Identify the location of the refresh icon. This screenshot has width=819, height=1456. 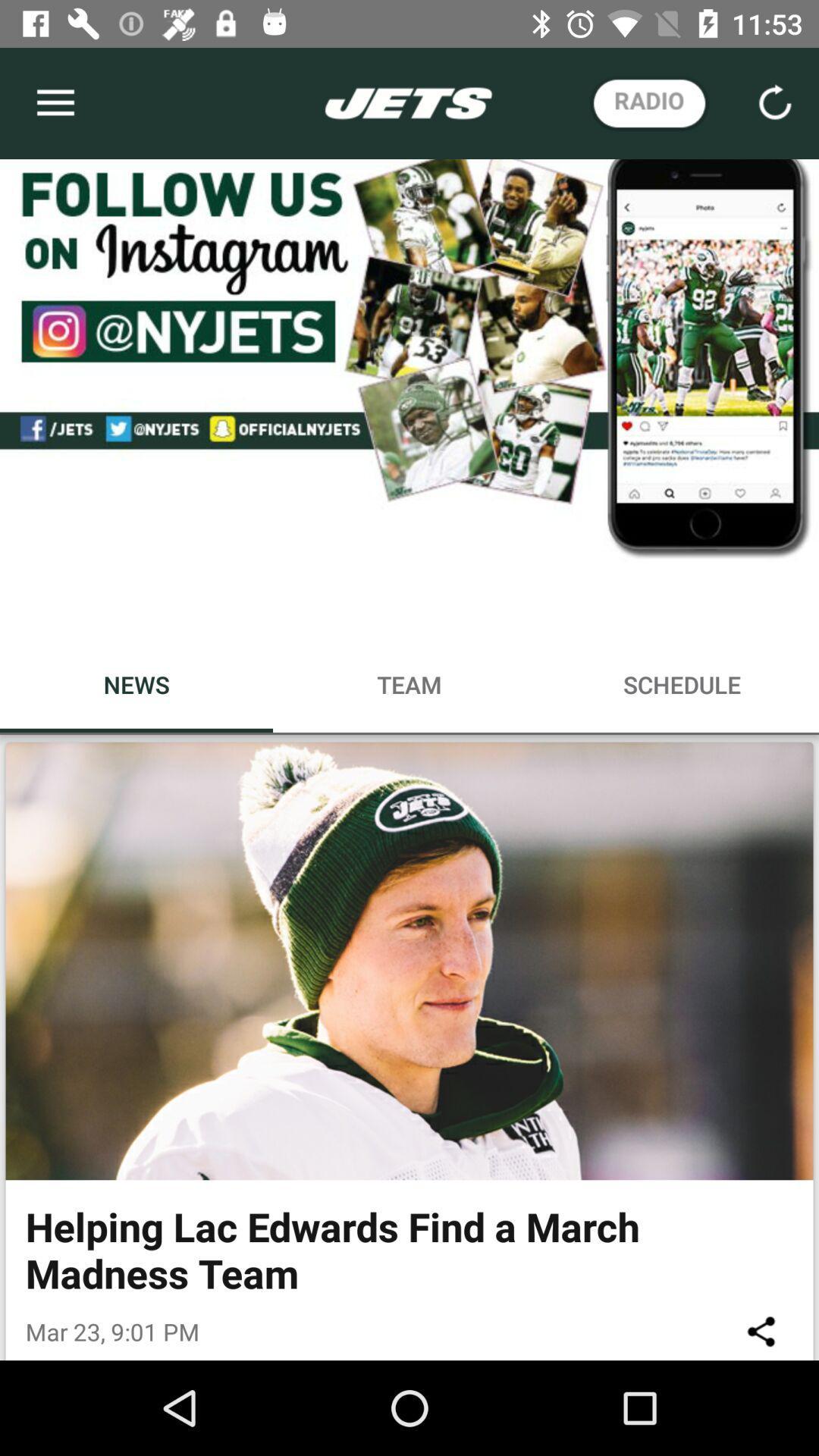
(775, 102).